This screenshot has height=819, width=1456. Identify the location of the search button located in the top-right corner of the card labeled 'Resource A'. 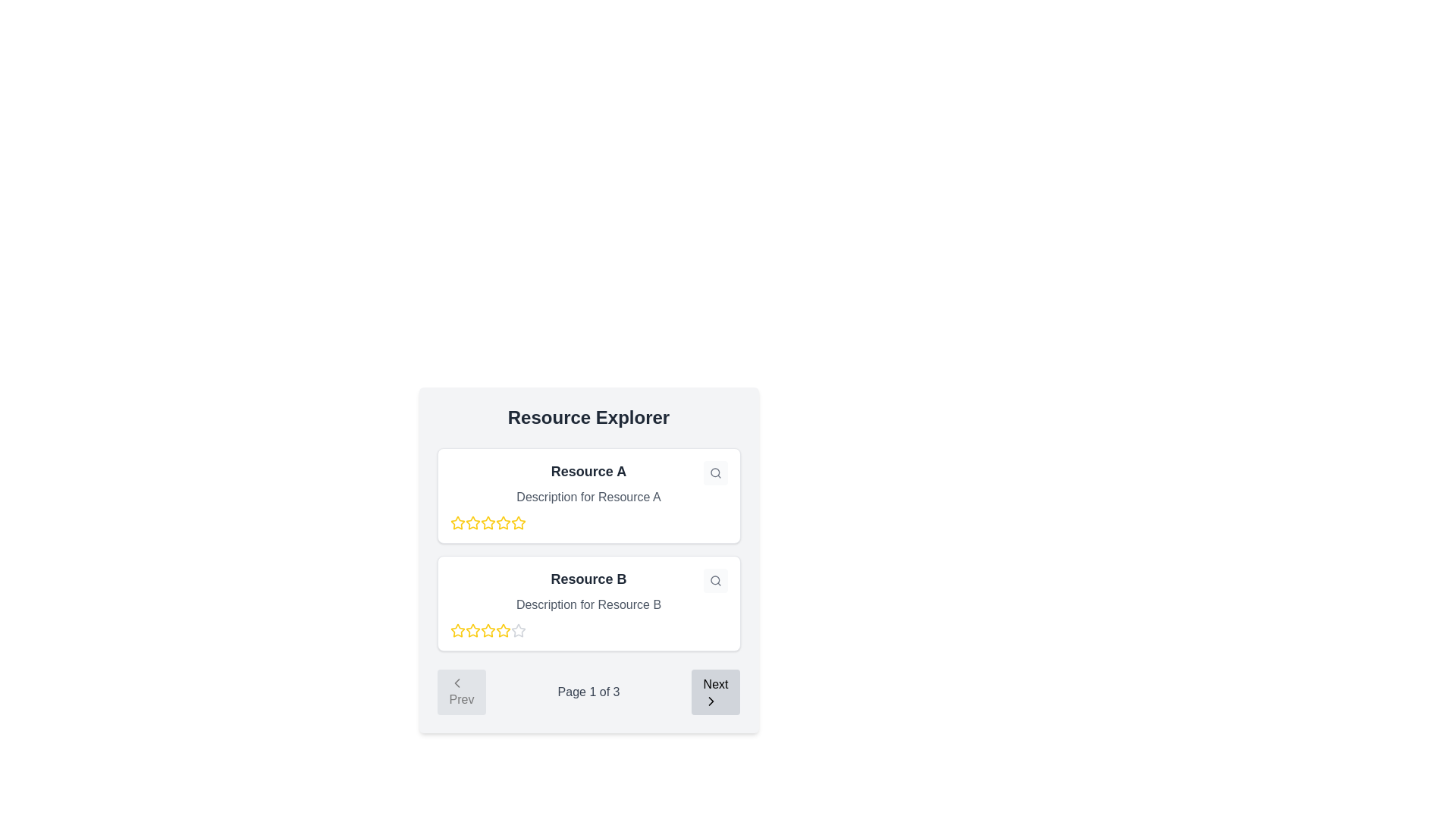
(714, 472).